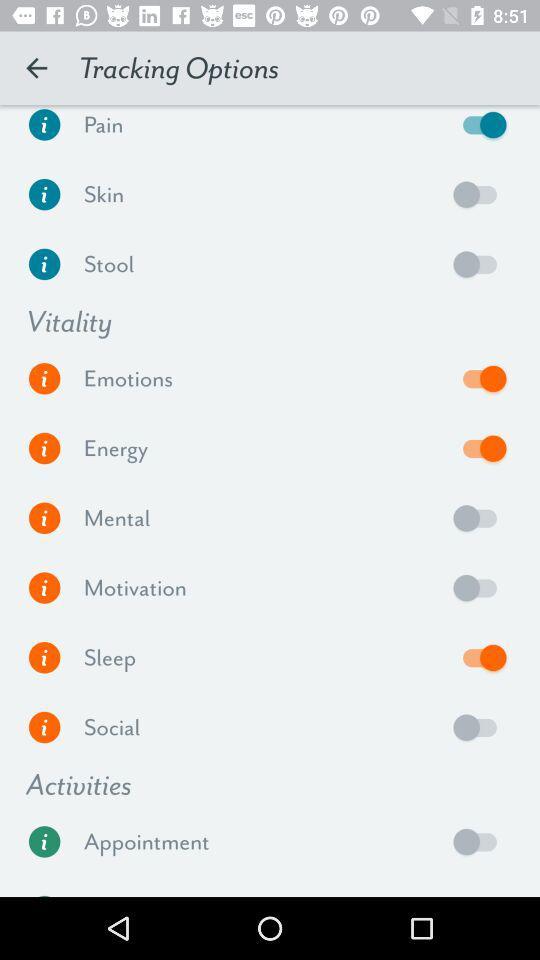 This screenshot has width=540, height=960. I want to click on more information, so click(44, 656).